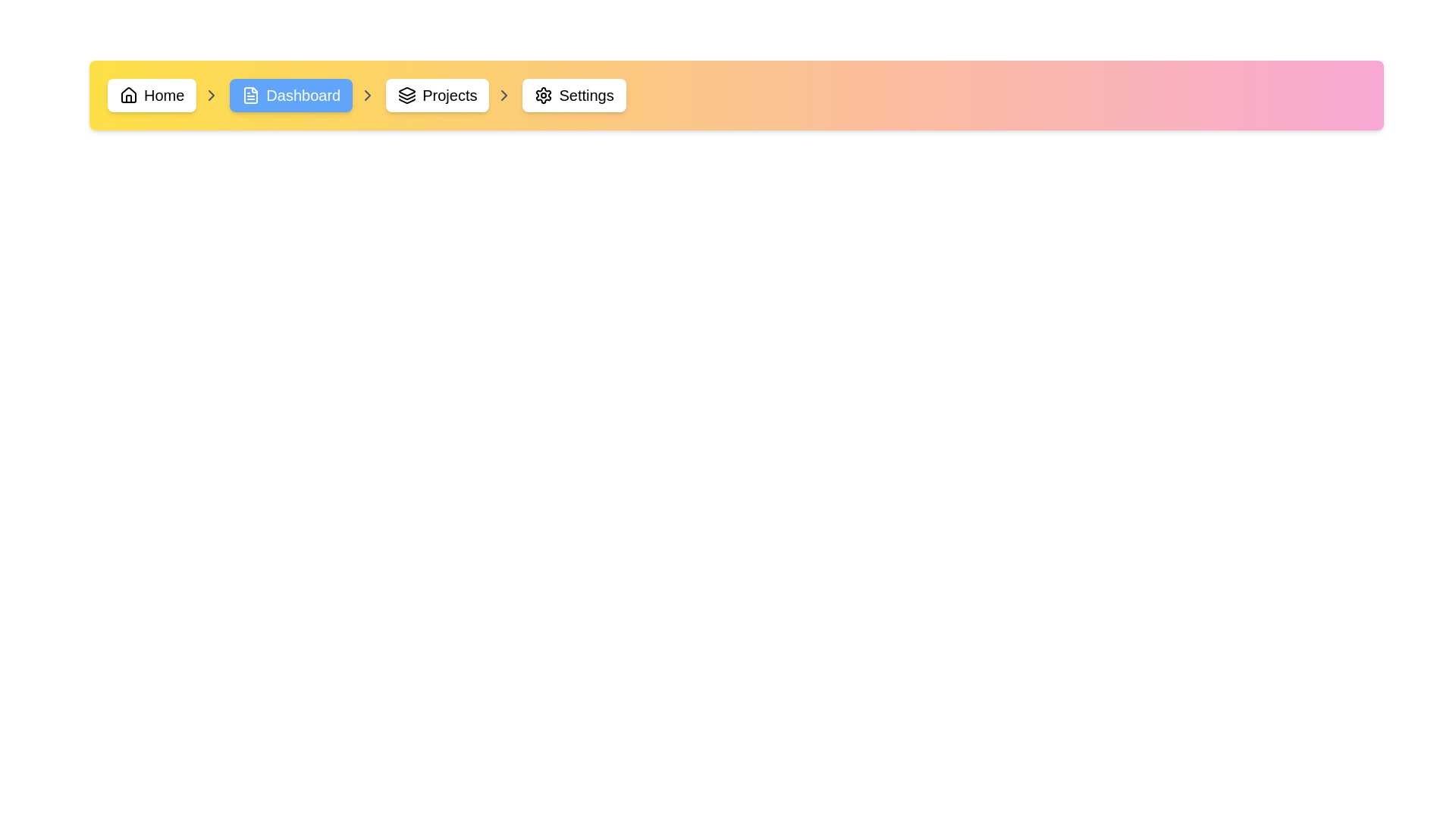 This screenshot has height=819, width=1456. I want to click on the Chevron or arrow icon located at the upper central part of the interface header, between the 'Dashboard' and 'Projects' buttons, to understand its navigational context, so click(211, 96).